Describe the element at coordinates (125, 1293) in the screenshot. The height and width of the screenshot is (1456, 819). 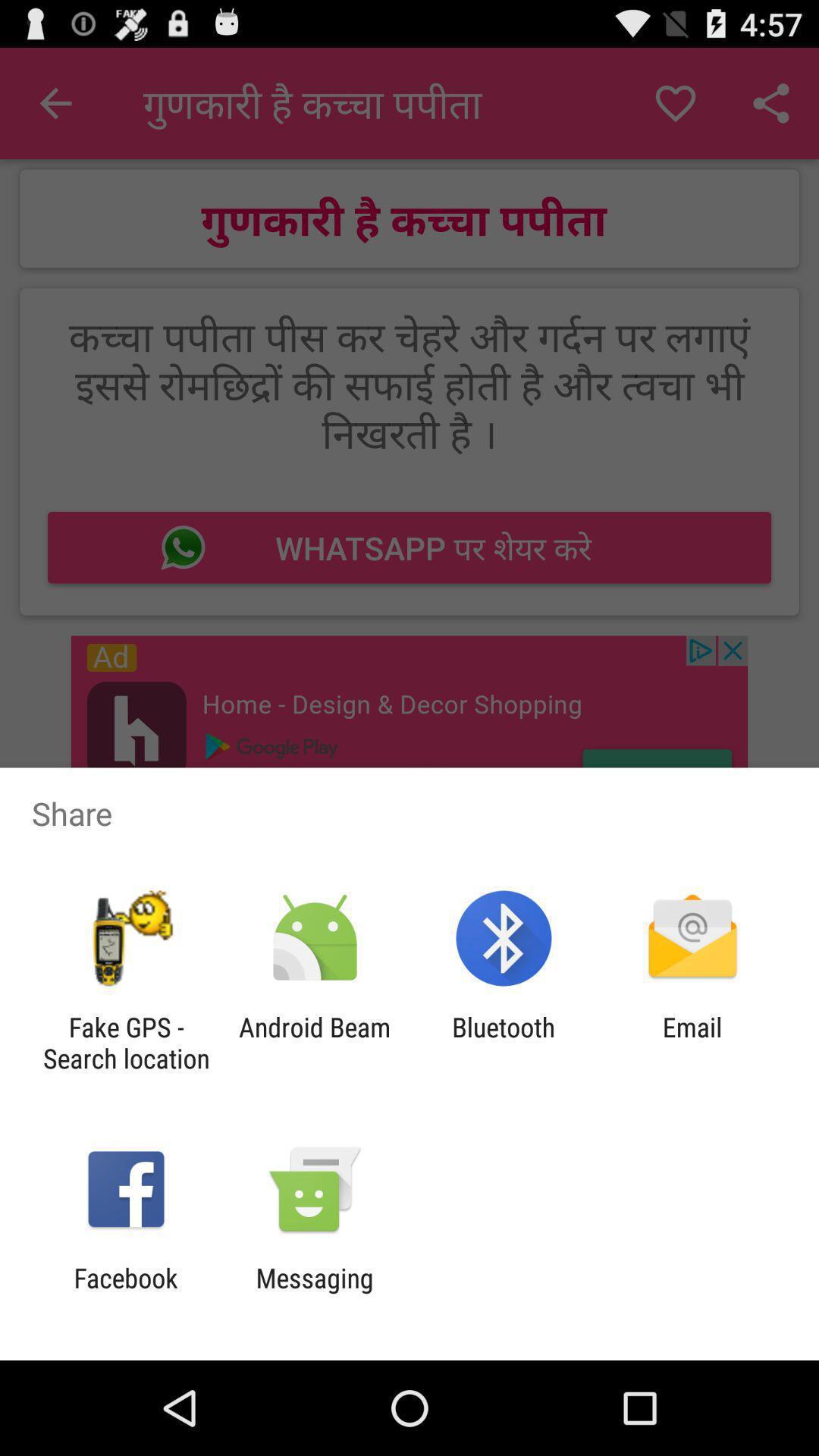
I see `the facebook` at that location.